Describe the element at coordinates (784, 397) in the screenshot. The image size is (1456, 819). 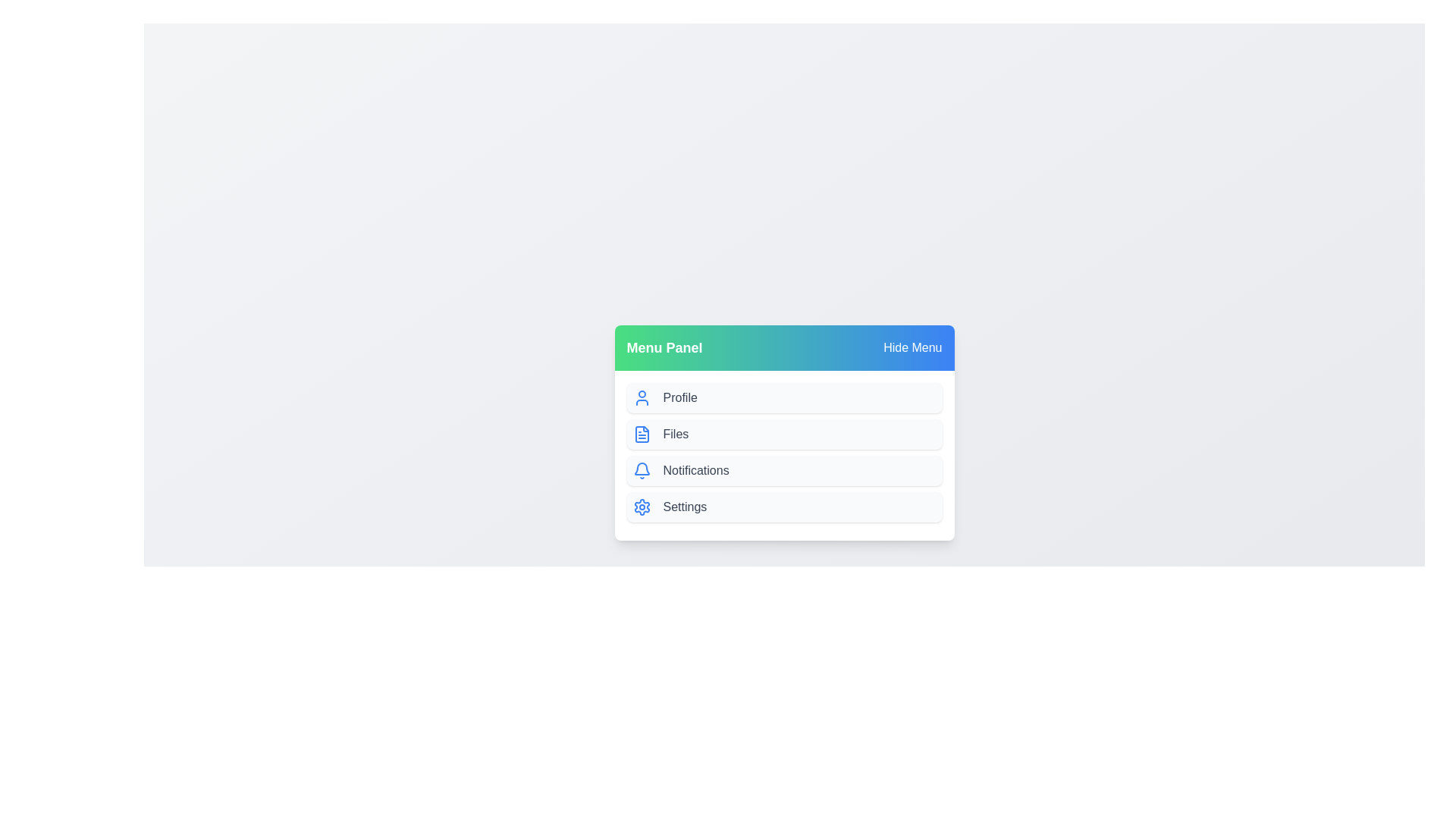
I see `the menu item Profile` at that location.